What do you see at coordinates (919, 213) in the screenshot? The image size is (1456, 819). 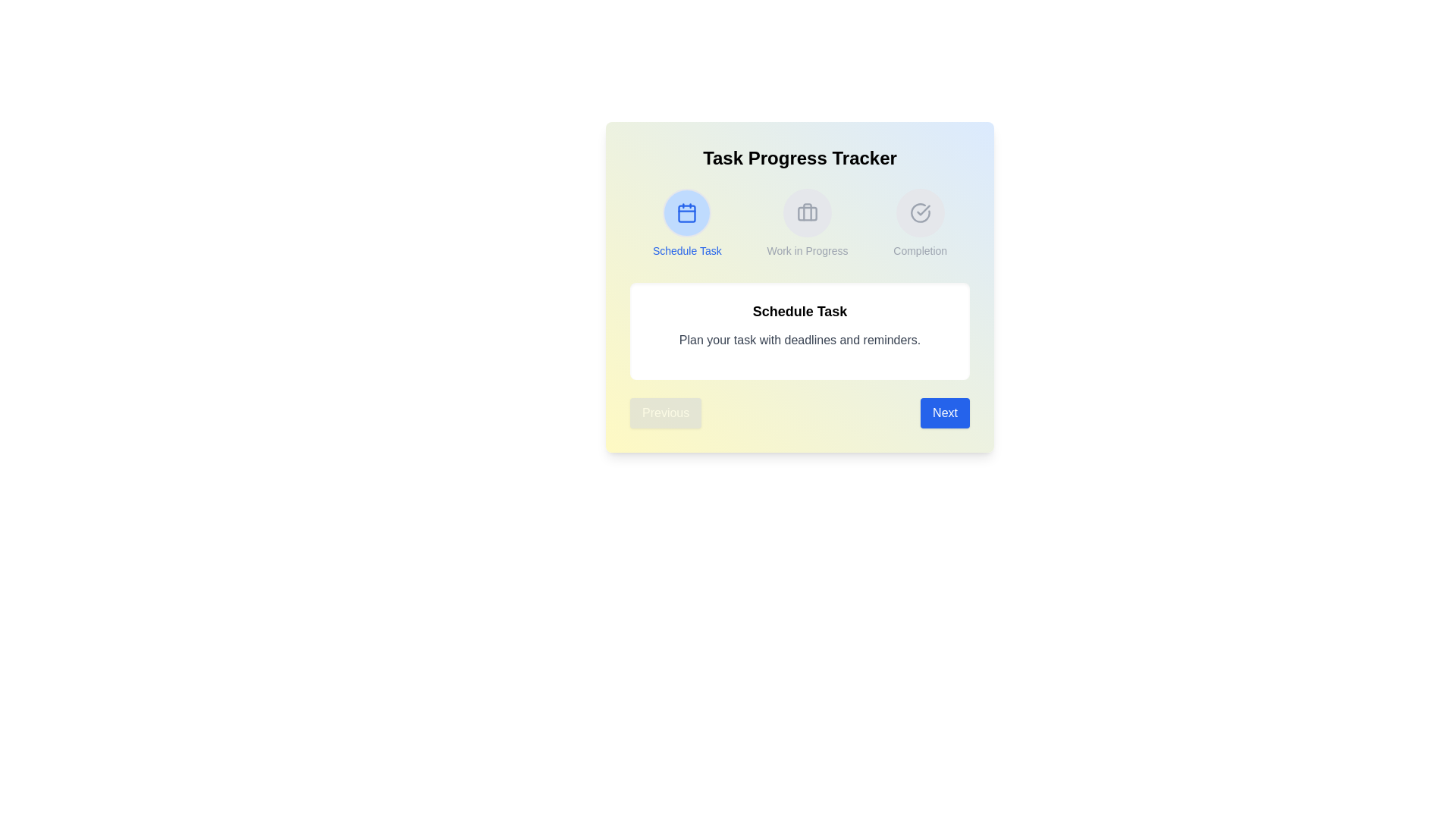 I see `the step icon corresponding to Completion` at bounding box center [919, 213].